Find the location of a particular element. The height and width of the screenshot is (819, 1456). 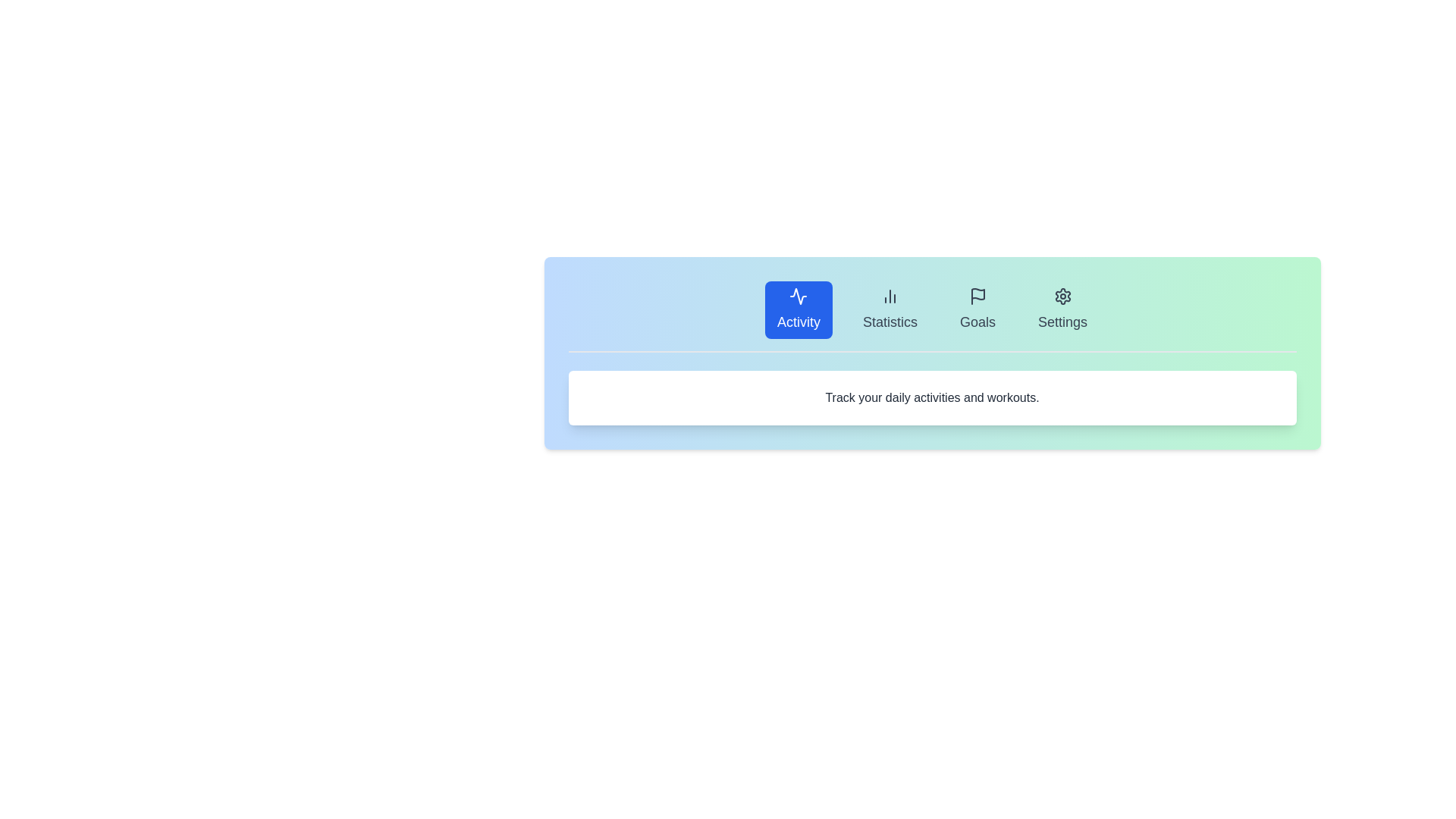

the Settings tab by clicking on it is located at coordinates (1062, 309).